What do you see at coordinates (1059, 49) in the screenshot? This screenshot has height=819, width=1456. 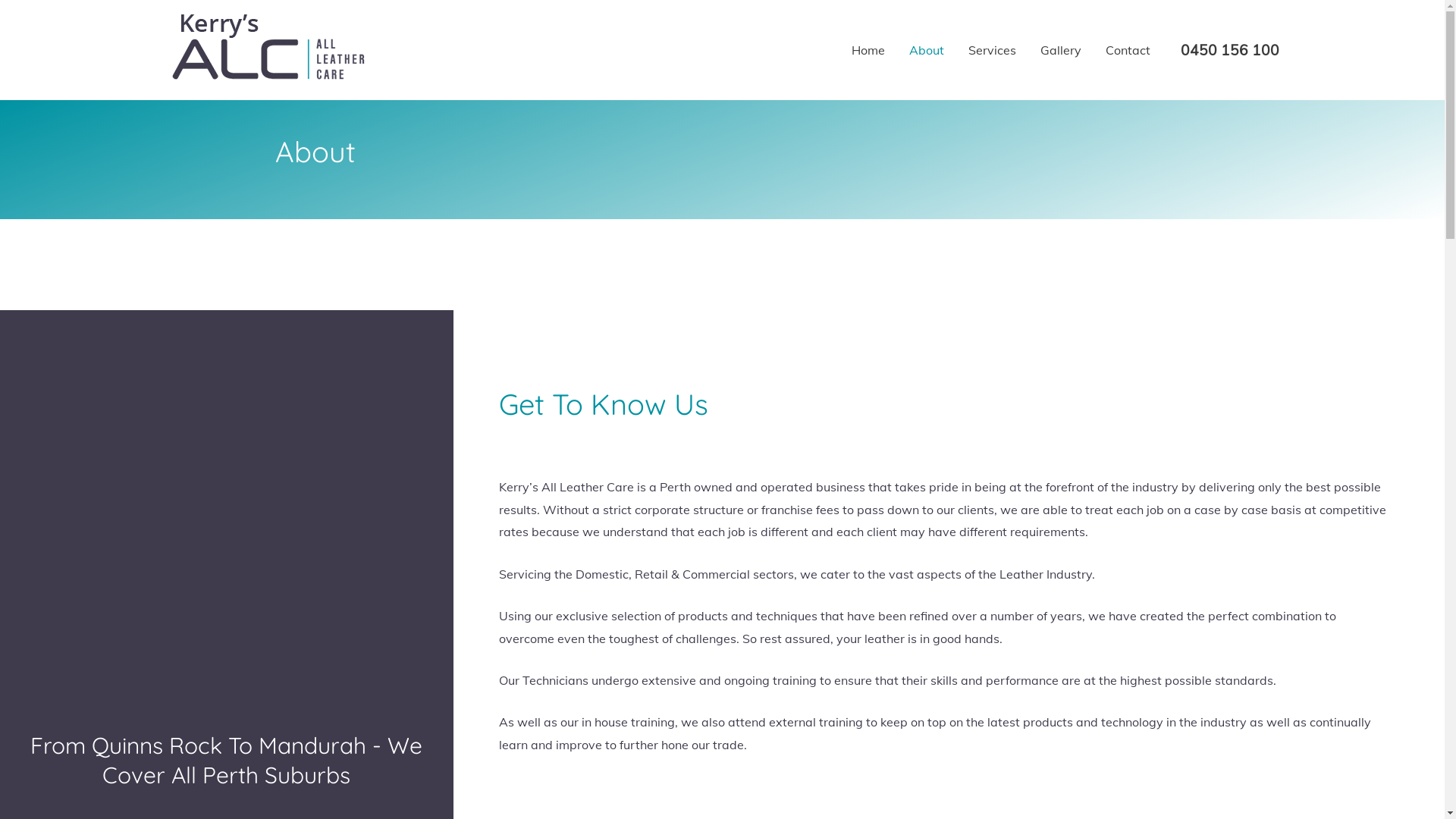 I see `'Gallery'` at bounding box center [1059, 49].